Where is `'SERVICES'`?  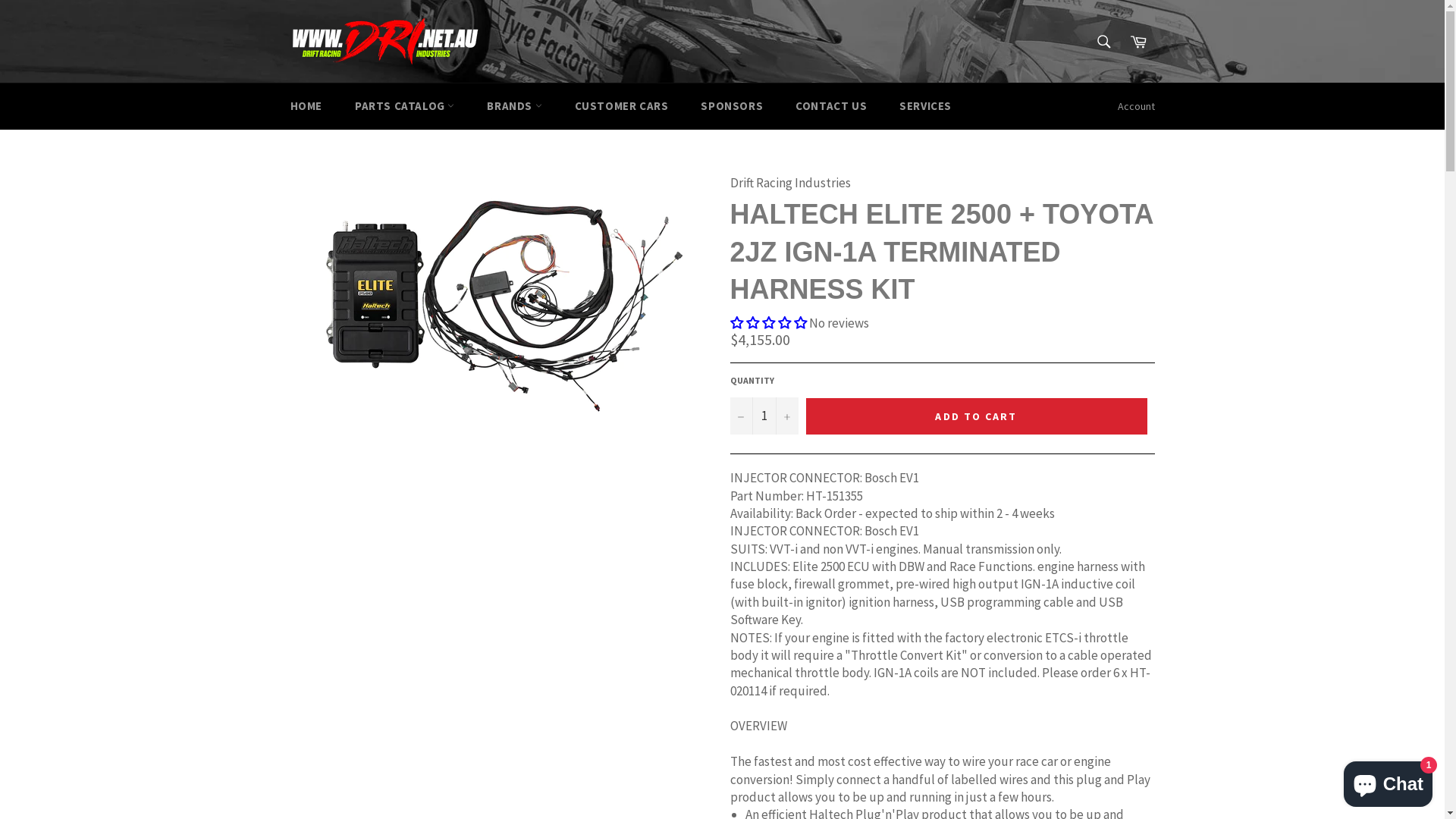 'SERVICES' is located at coordinates (924, 105).